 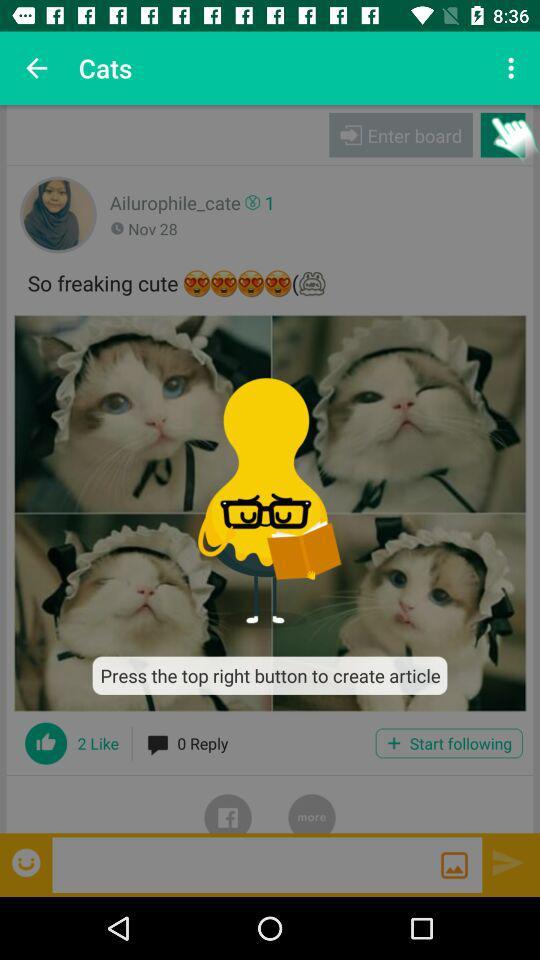 What do you see at coordinates (449, 742) in the screenshot?
I see `item to the right of 0 reply` at bounding box center [449, 742].